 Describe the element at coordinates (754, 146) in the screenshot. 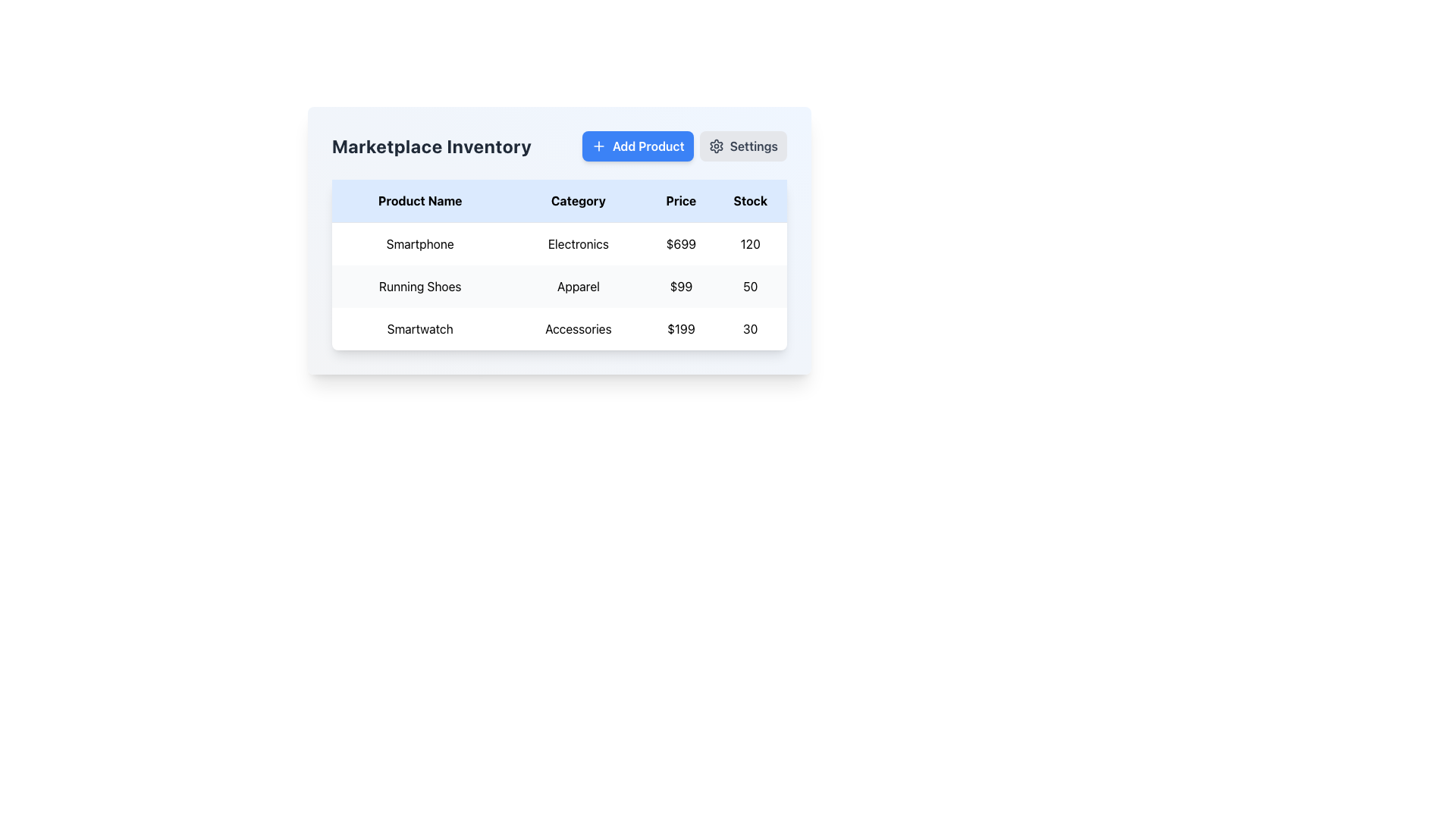

I see `the 'Settings' text label, which is styled in bold and dark color, located in the top-right corner of the user interface next to the '+ Add Product' button` at that location.